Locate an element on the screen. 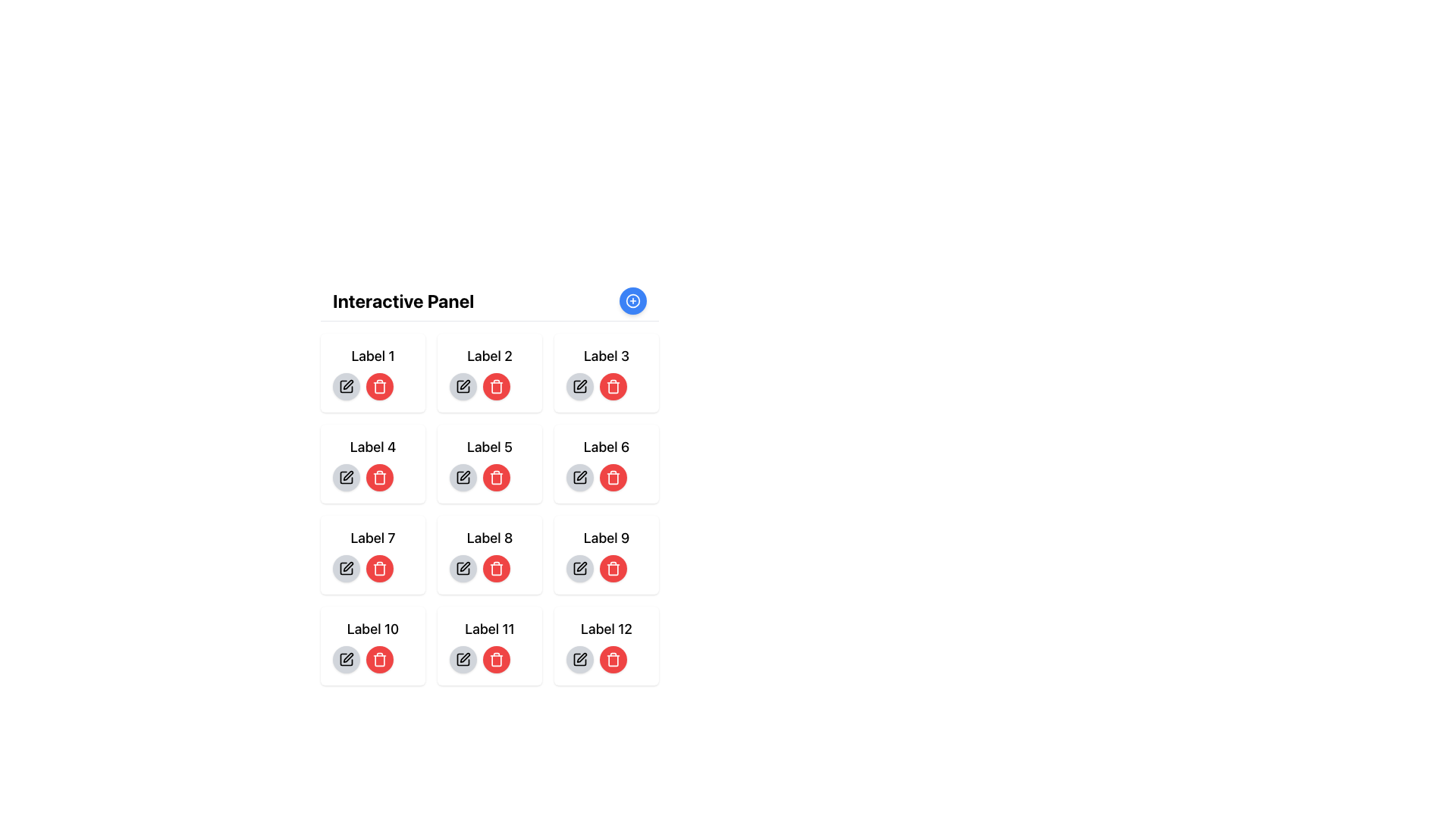 The image size is (1456, 819). the delete button located on the bottom row under 'Label 11' is located at coordinates (490, 659).